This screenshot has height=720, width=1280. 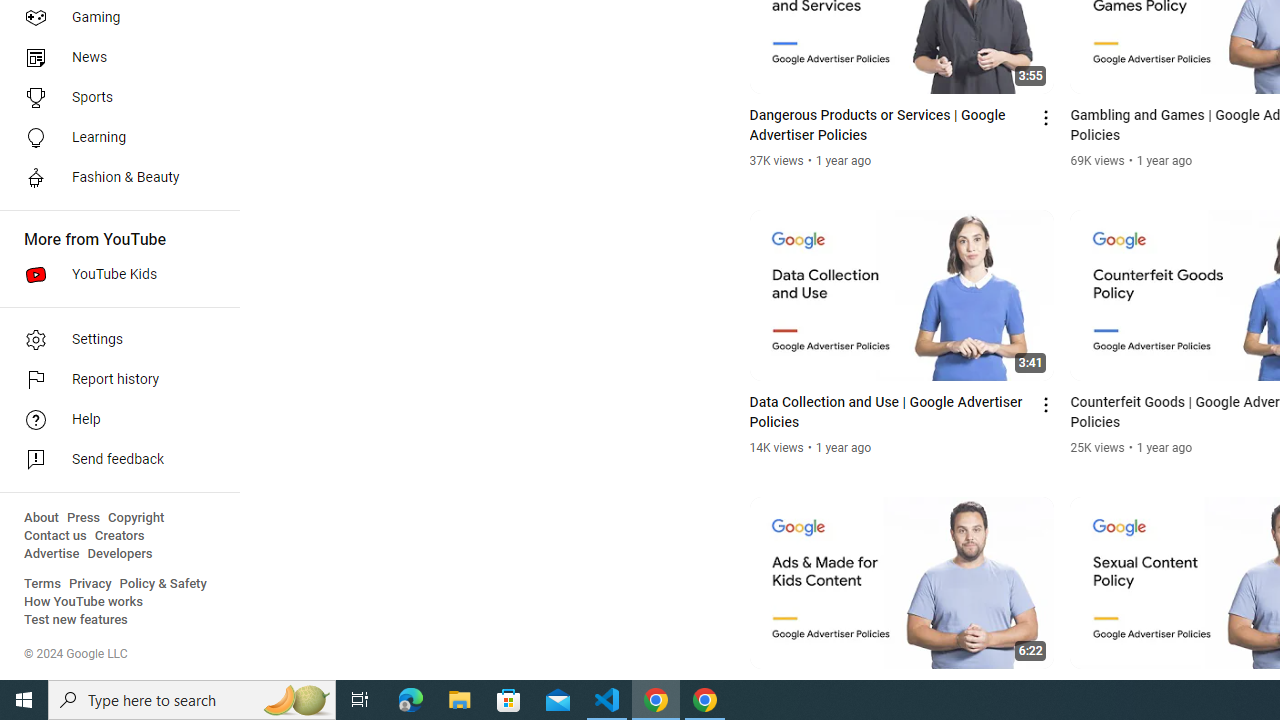 I want to click on 'News', so click(x=112, y=56).